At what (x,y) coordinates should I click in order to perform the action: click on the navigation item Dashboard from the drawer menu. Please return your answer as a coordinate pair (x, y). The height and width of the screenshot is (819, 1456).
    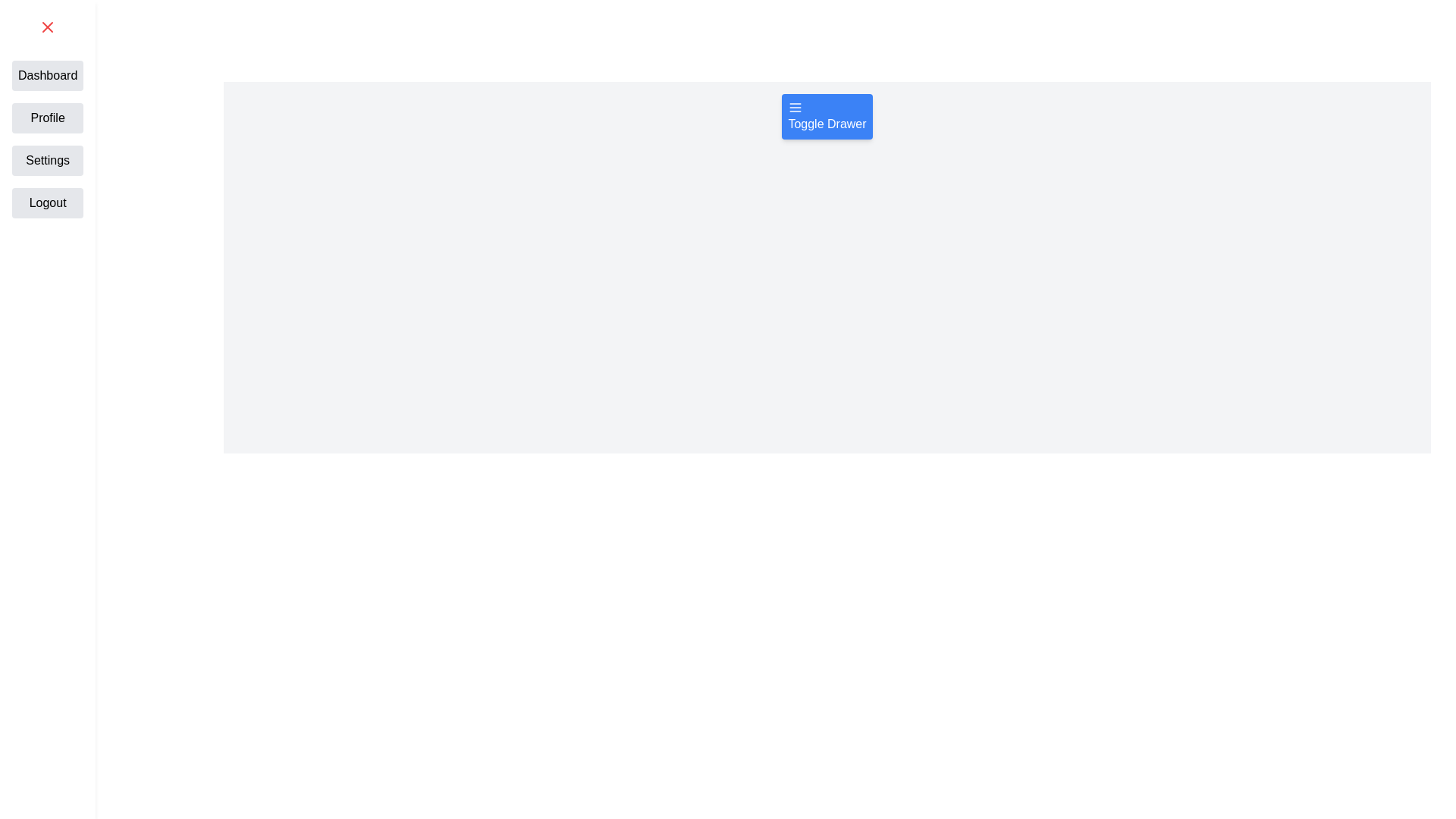
    Looking at the image, I should click on (47, 76).